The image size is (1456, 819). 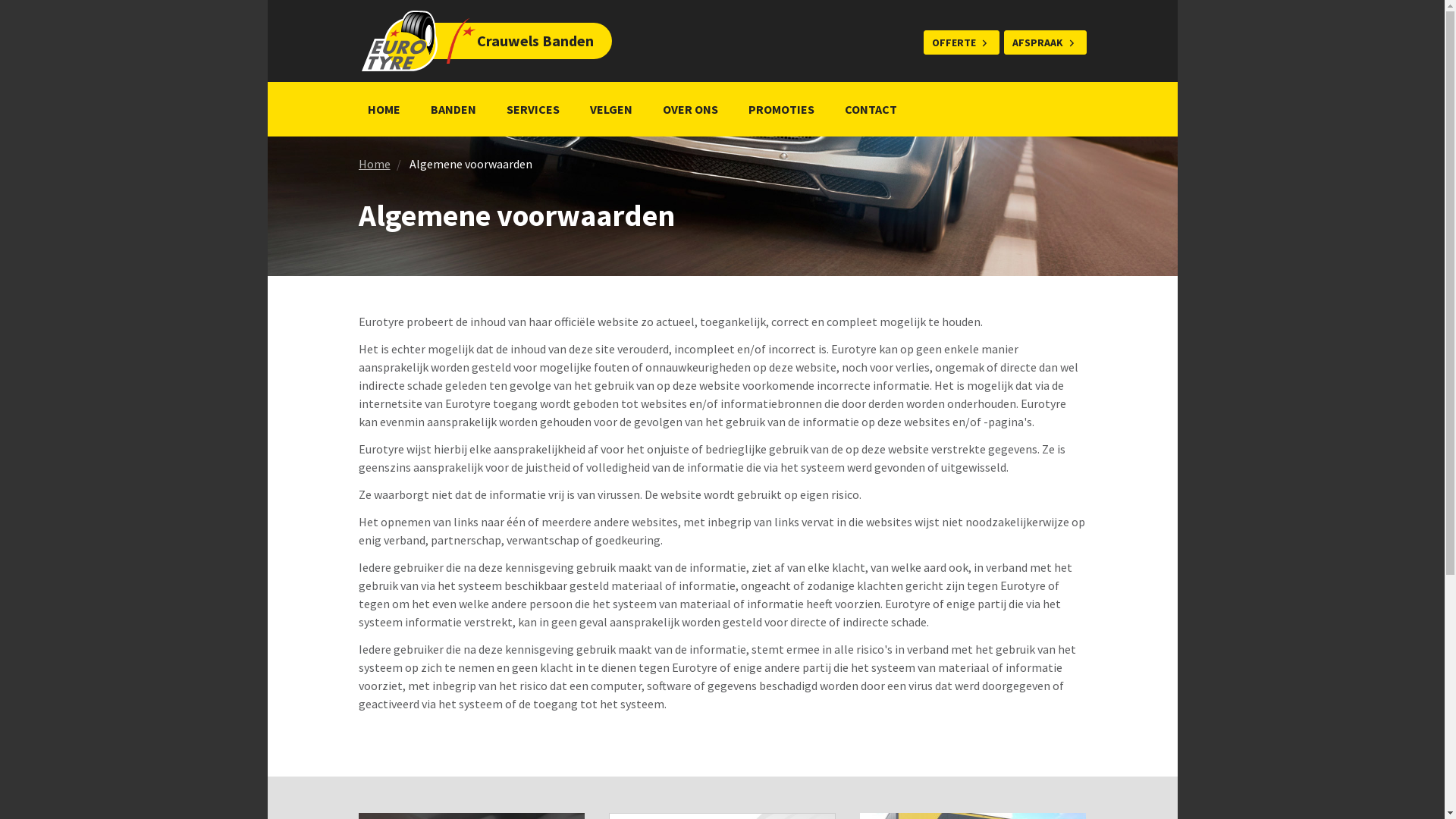 I want to click on 'VELGEN', so click(x=611, y=108).